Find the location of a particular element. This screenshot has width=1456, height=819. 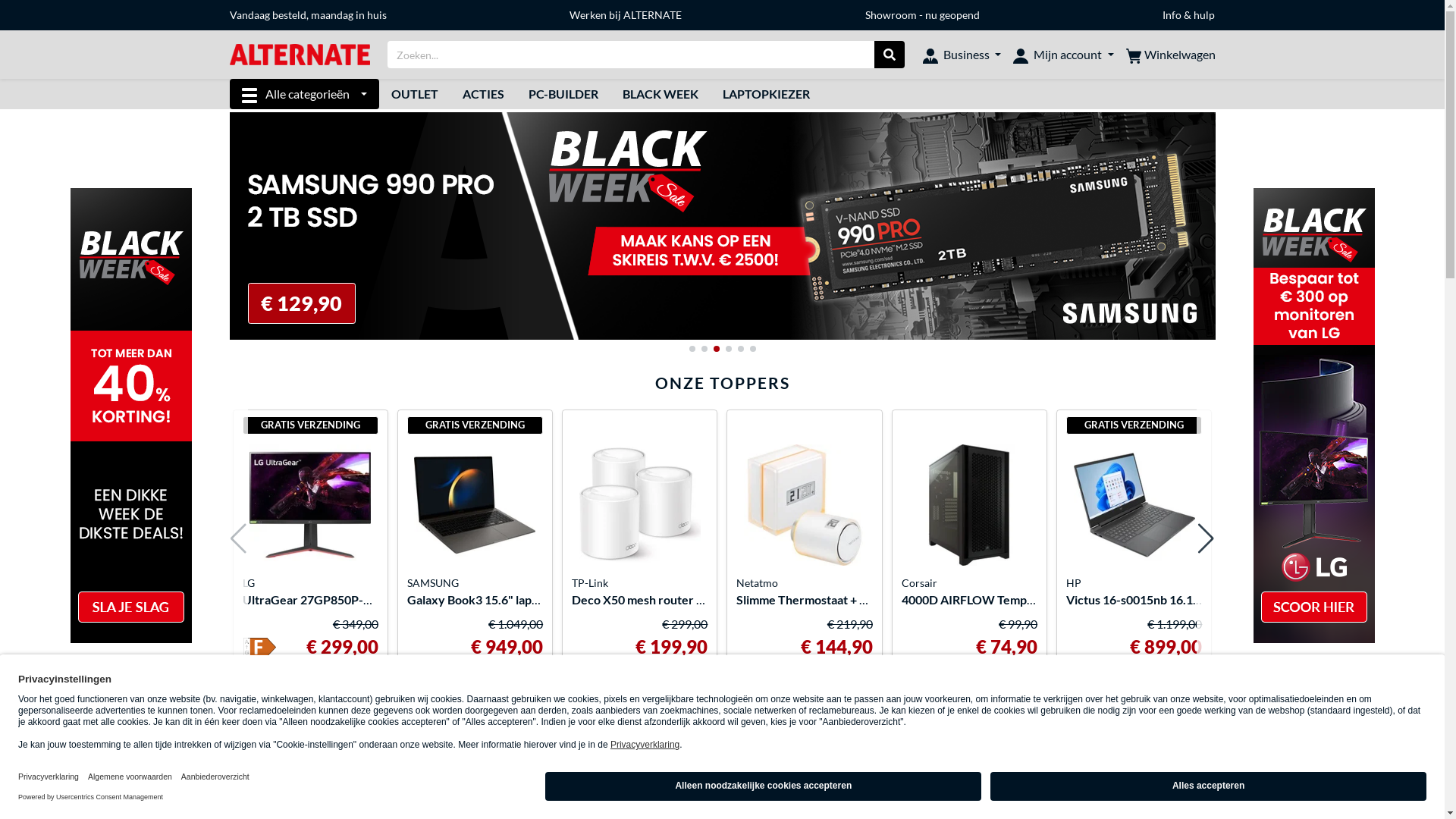

'Werken bij ALTERNATE' is located at coordinates (568, 14).